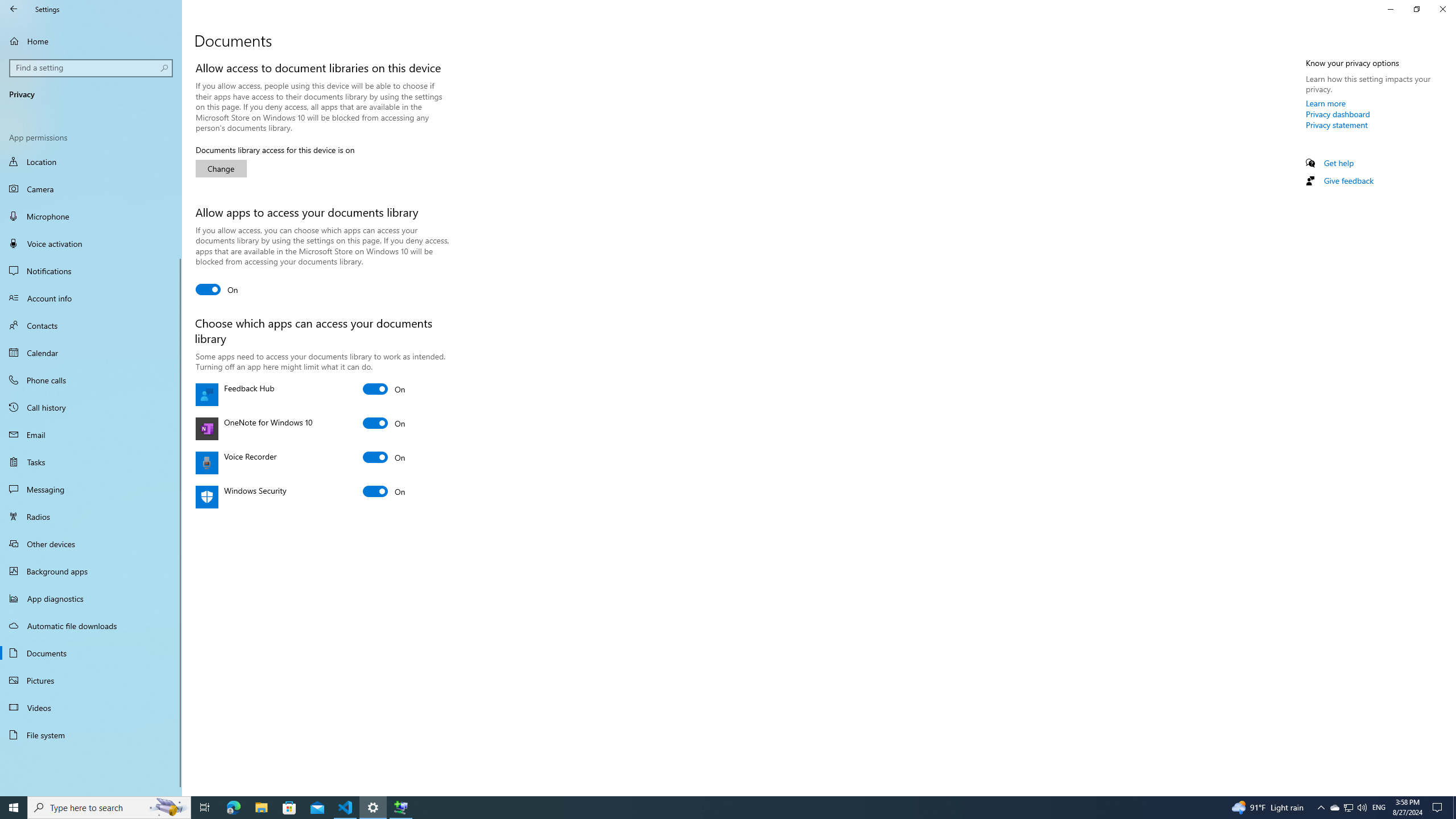 The width and height of the screenshot is (1456, 819). What do you see at coordinates (1439, 806) in the screenshot?
I see `'Action Center, No new notifications'` at bounding box center [1439, 806].